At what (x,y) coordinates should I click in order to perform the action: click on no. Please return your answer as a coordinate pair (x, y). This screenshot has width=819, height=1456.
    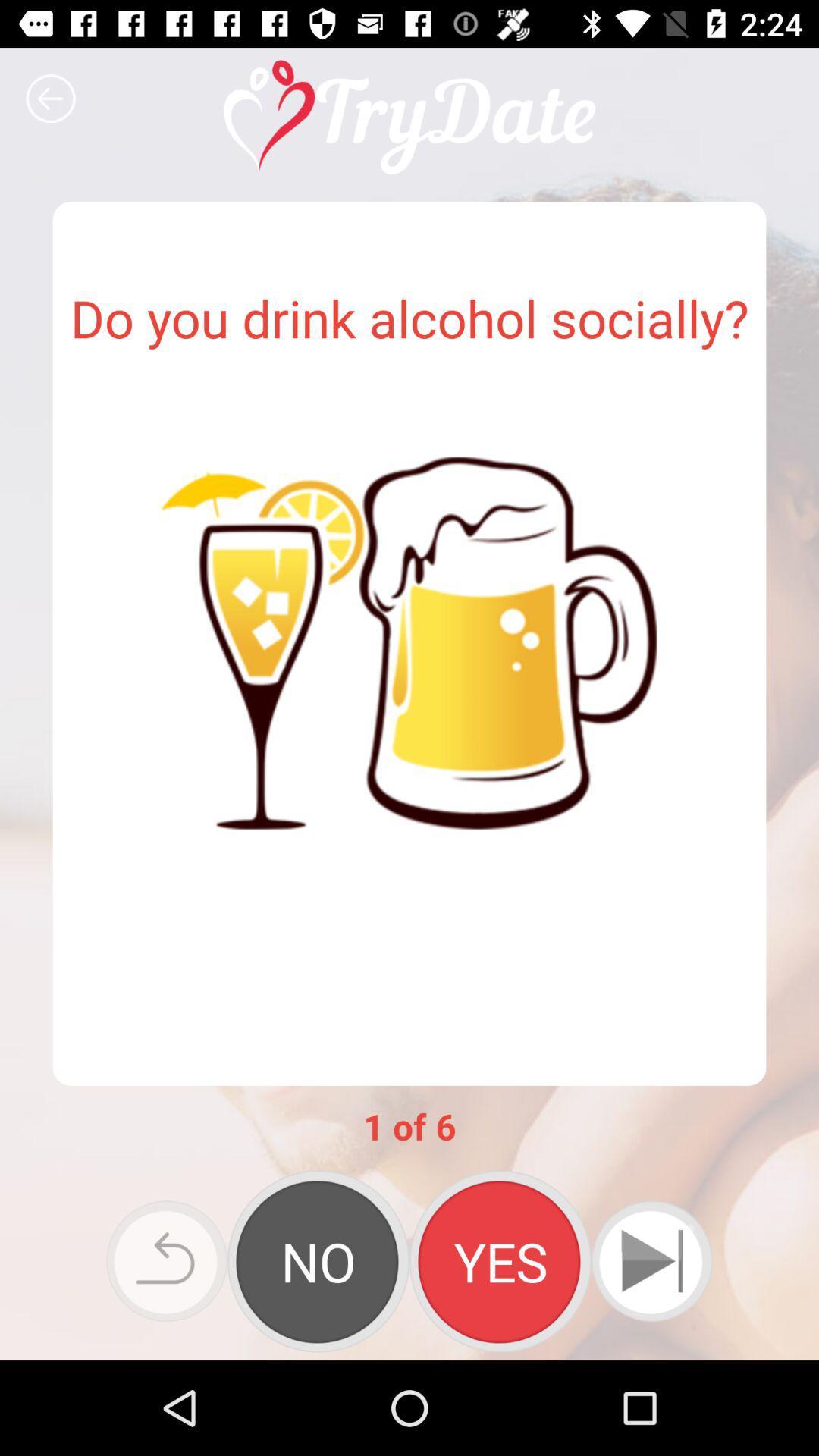
    Looking at the image, I should click on (318, 1261).